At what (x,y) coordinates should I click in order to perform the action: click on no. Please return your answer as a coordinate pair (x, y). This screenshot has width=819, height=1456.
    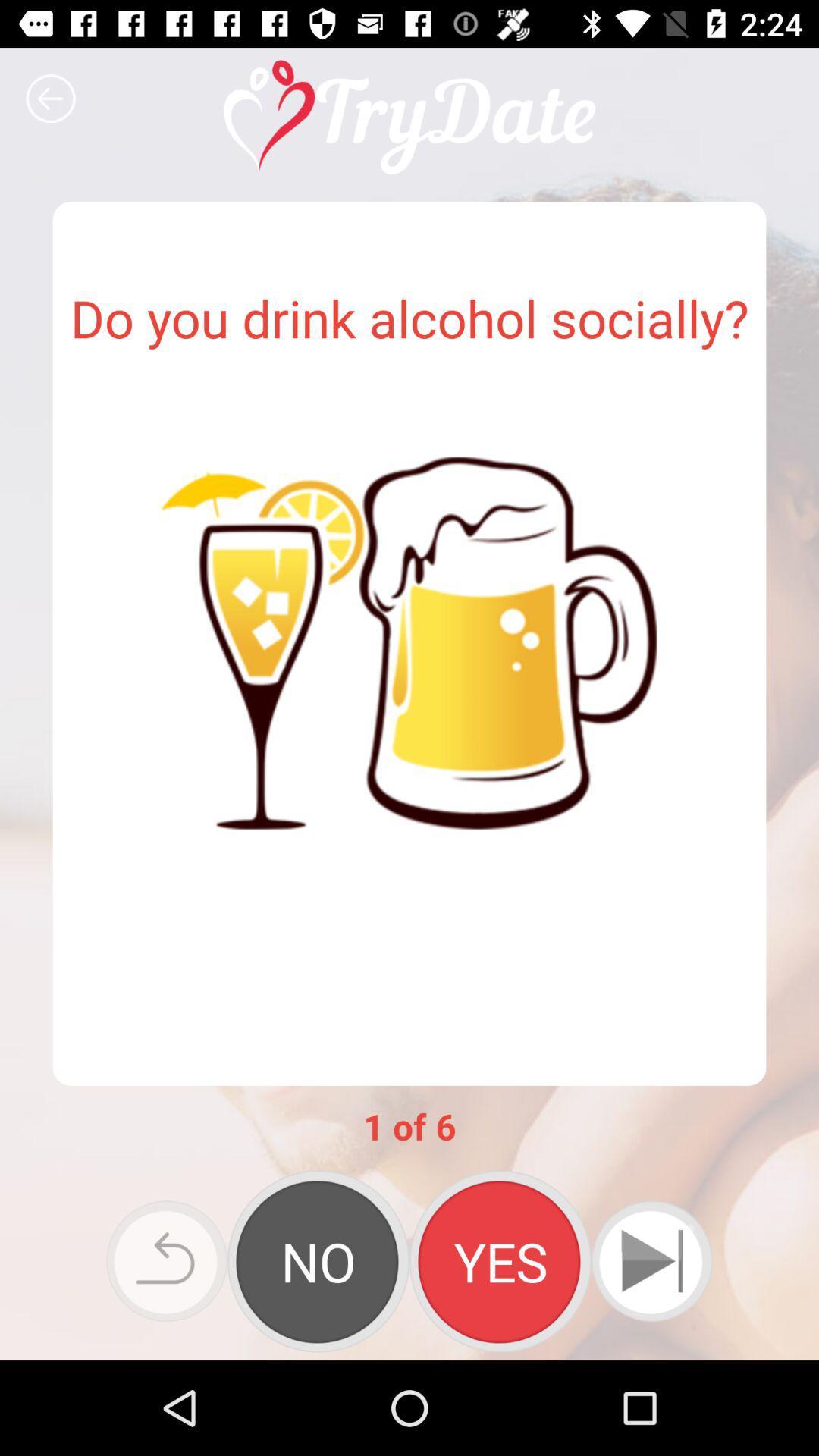
    Looking at the image, I should click on (318, 1261).